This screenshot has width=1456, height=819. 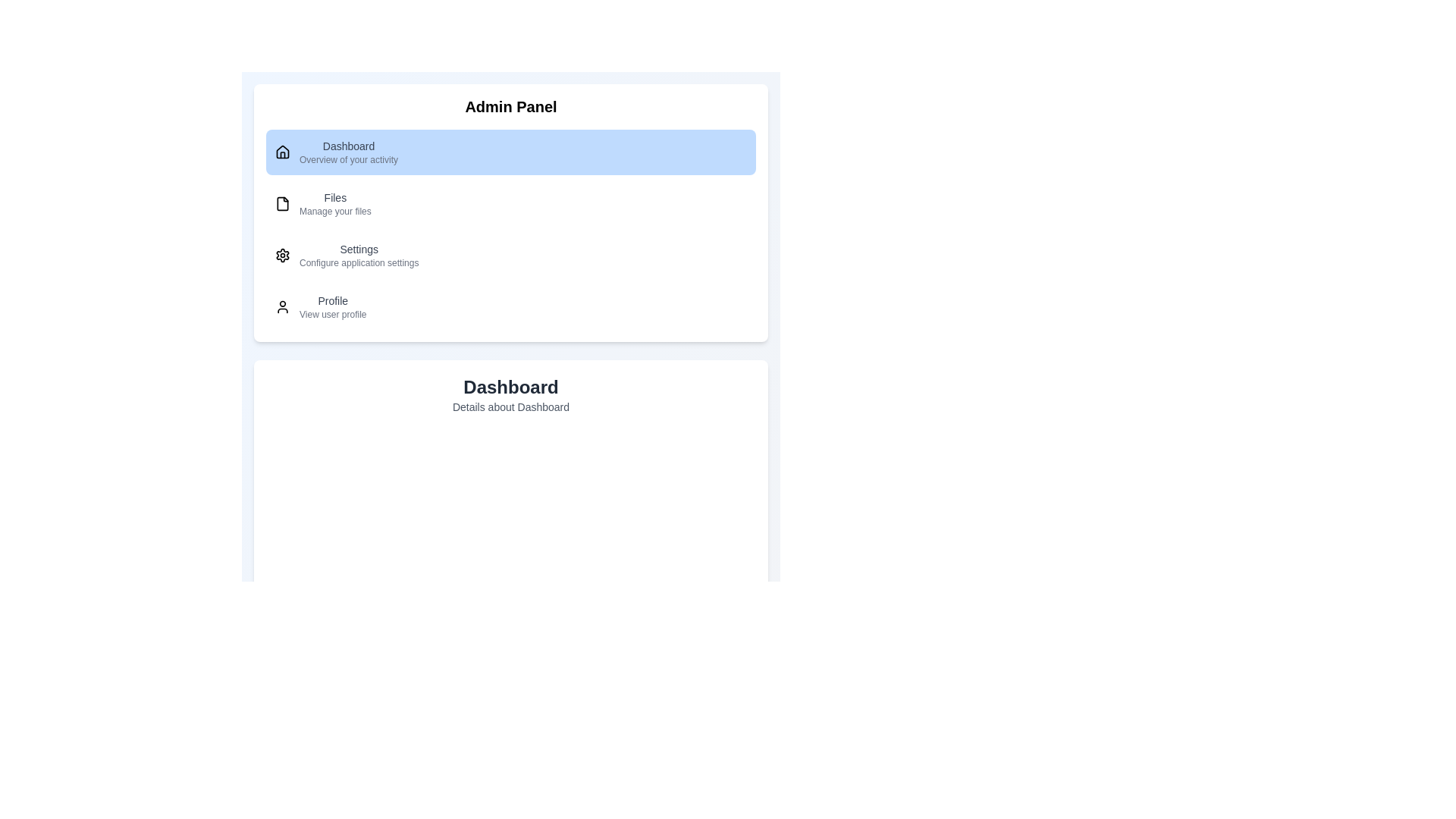 I want to click on the description of the menu item Files, so click(x=334, y=203).